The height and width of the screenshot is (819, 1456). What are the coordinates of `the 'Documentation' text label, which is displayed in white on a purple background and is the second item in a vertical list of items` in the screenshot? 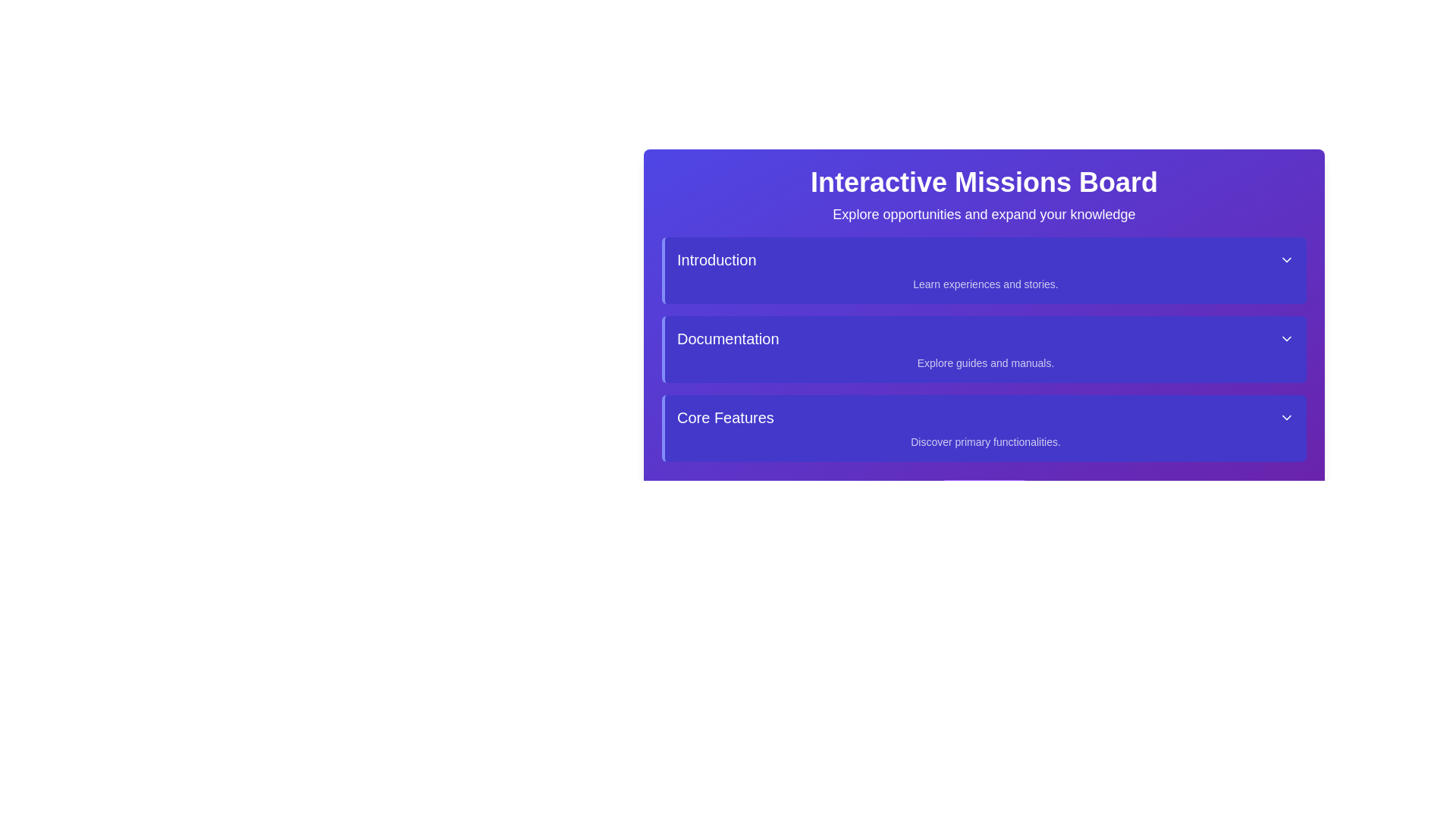 It's located at (728, 338).